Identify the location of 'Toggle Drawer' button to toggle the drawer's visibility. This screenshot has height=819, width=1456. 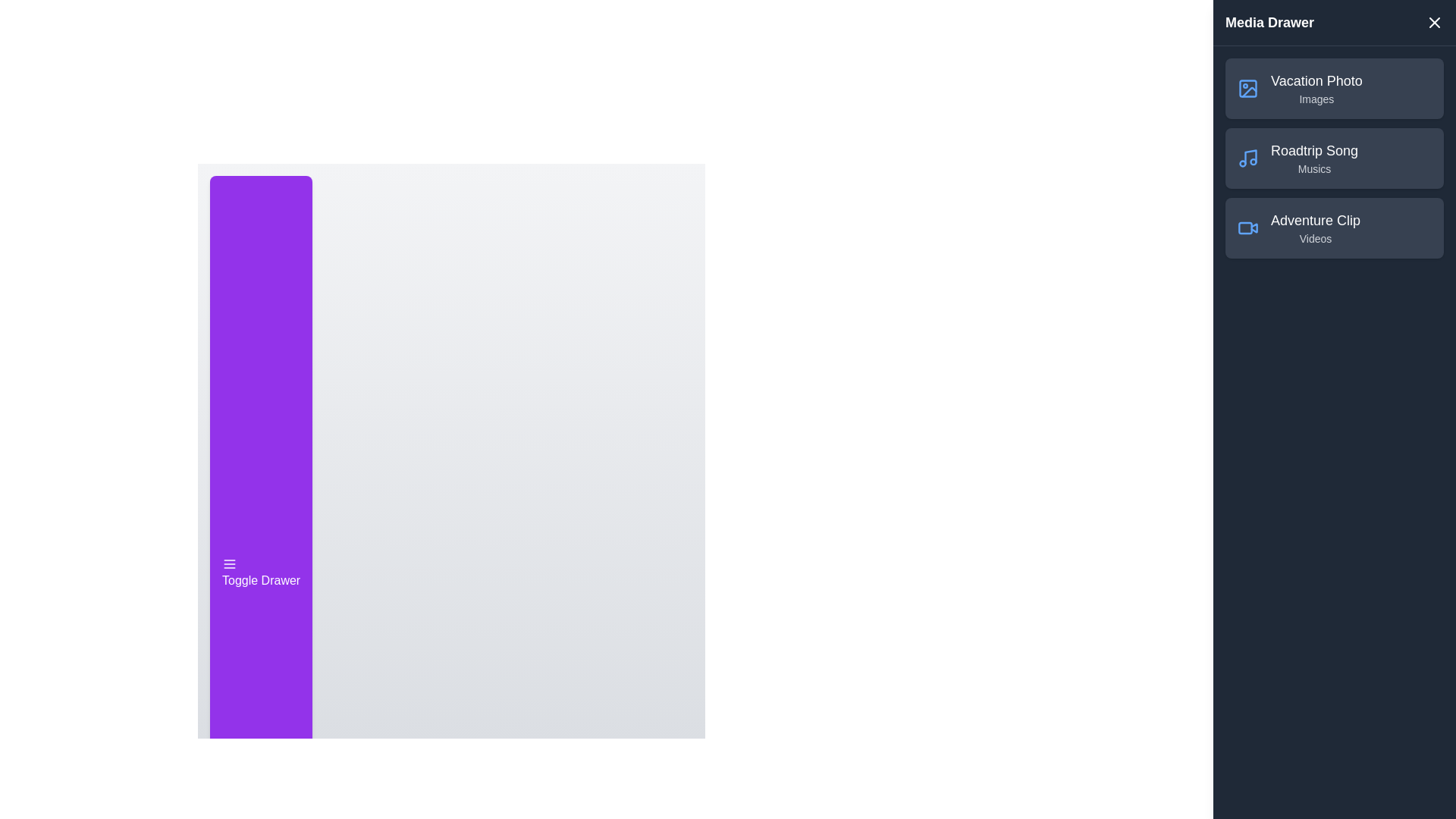
(261, 573).